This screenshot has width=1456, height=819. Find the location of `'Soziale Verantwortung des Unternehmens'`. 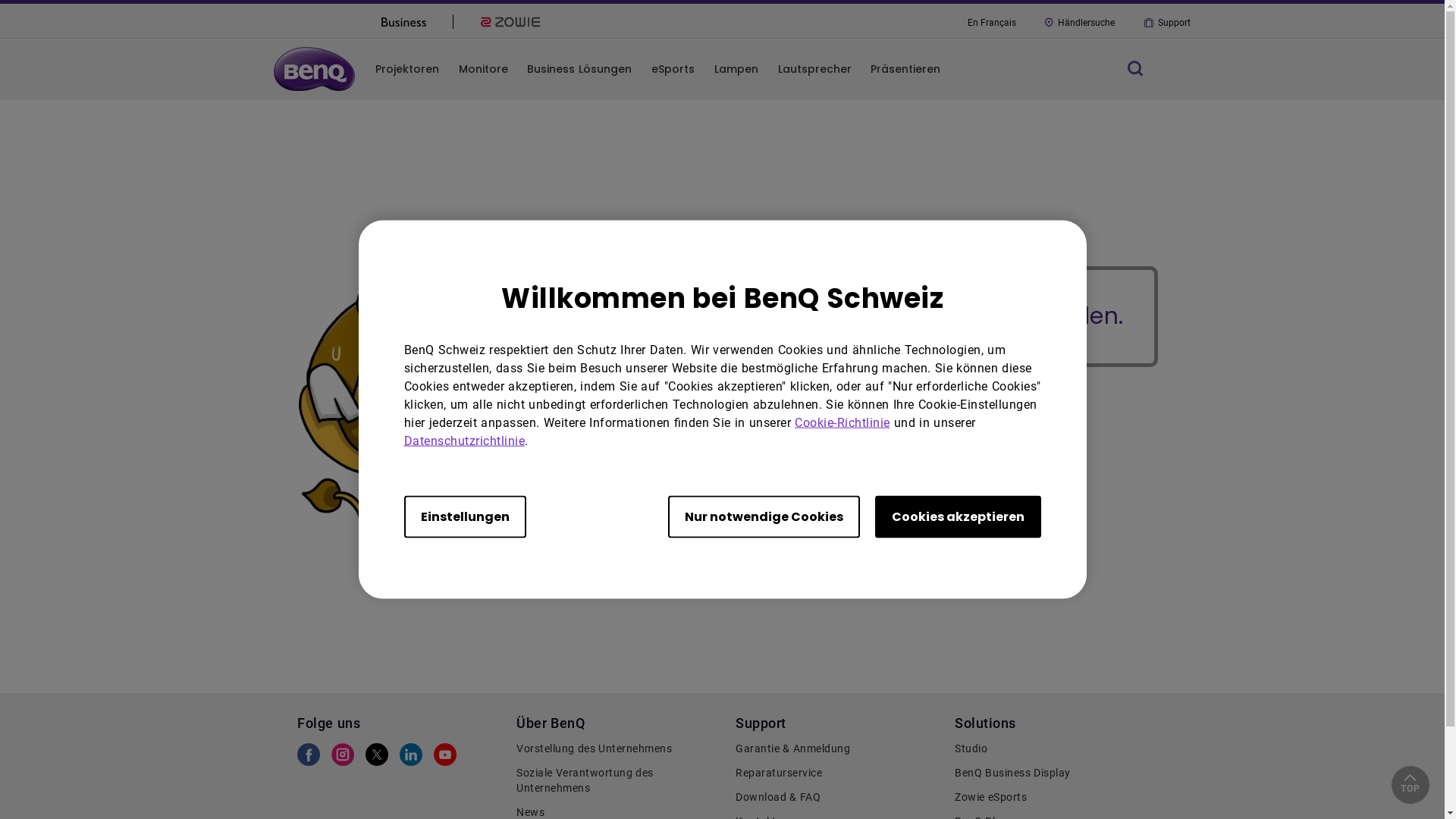

'Soziale Verantwortung des Unternehmens' is located at coordinates (618, 780).